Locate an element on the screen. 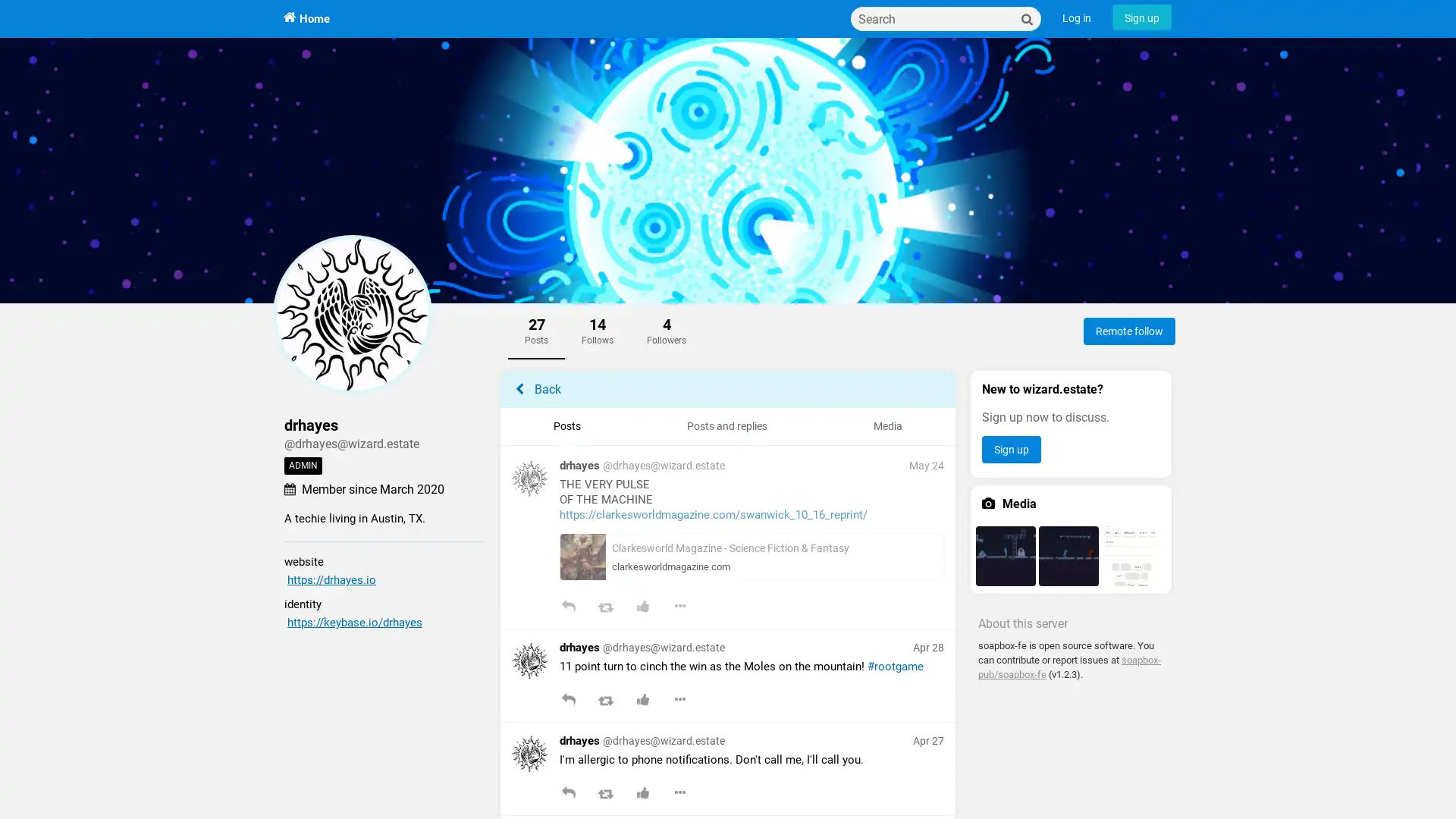 The width and height of the screenshot is (1456, 819). More is located at coordinates (679, 607).